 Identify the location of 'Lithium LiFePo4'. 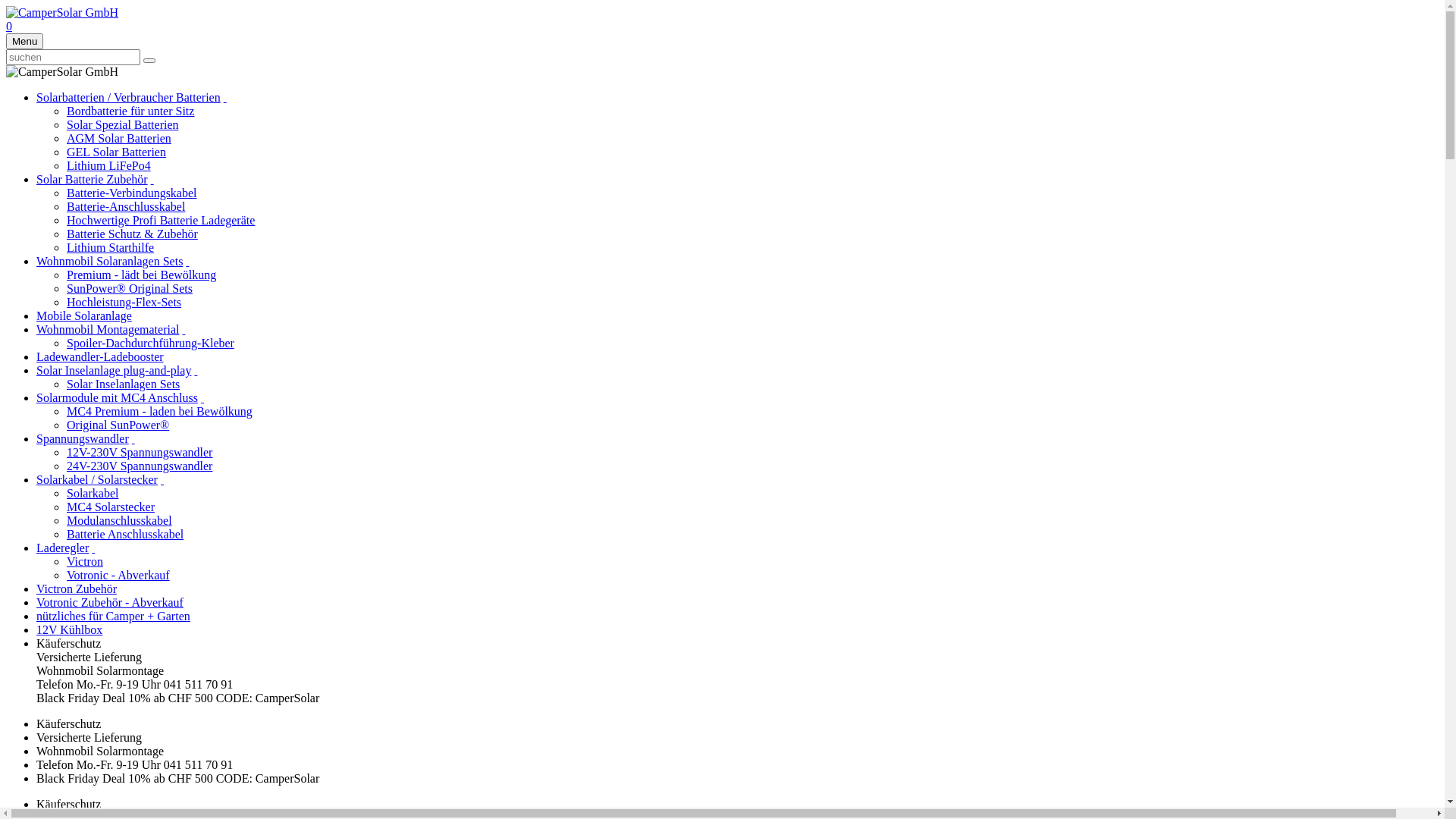
(108, 165).